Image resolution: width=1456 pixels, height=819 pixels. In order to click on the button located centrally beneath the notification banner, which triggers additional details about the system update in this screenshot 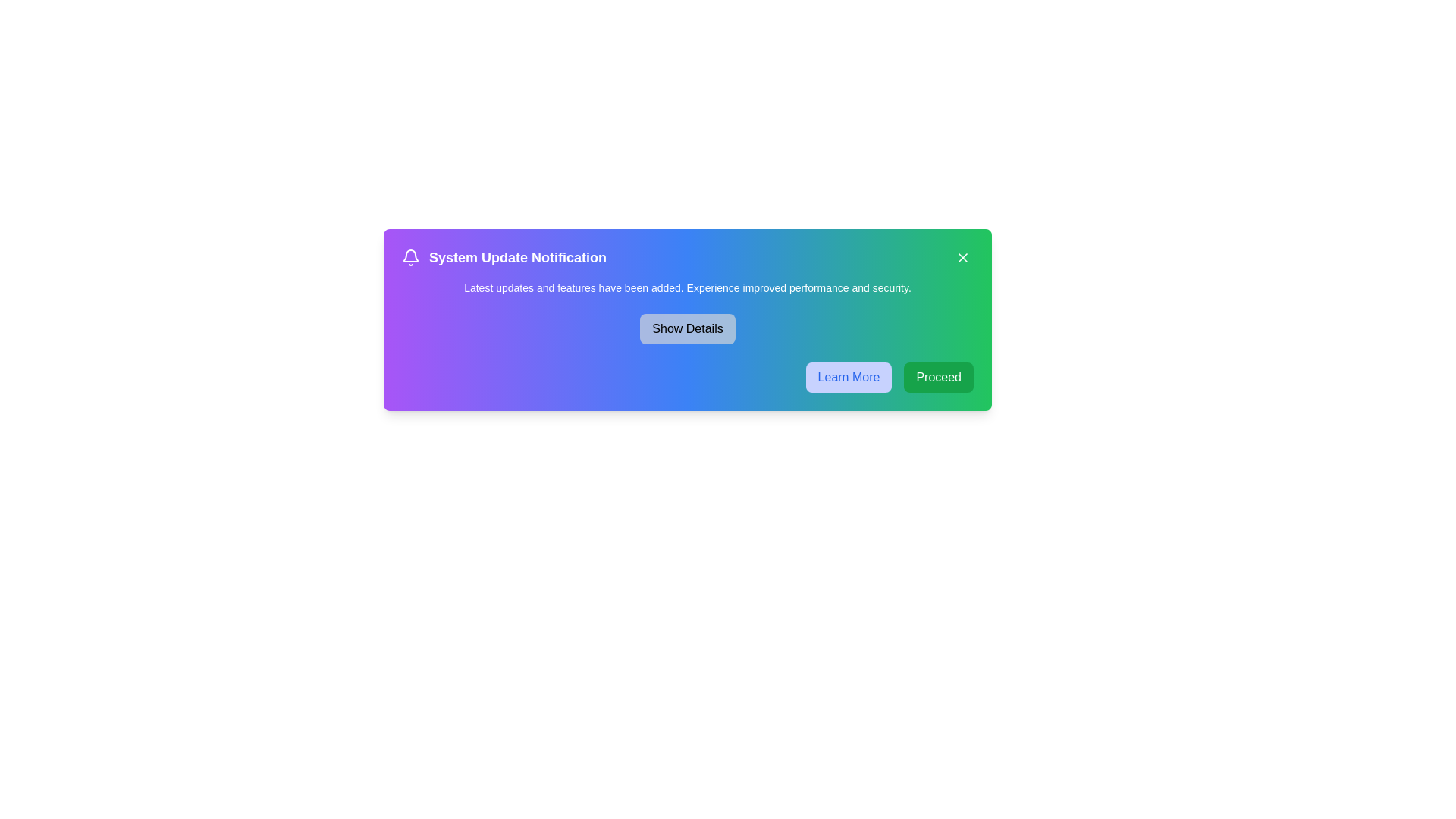, I will do `click(687, 328)`.